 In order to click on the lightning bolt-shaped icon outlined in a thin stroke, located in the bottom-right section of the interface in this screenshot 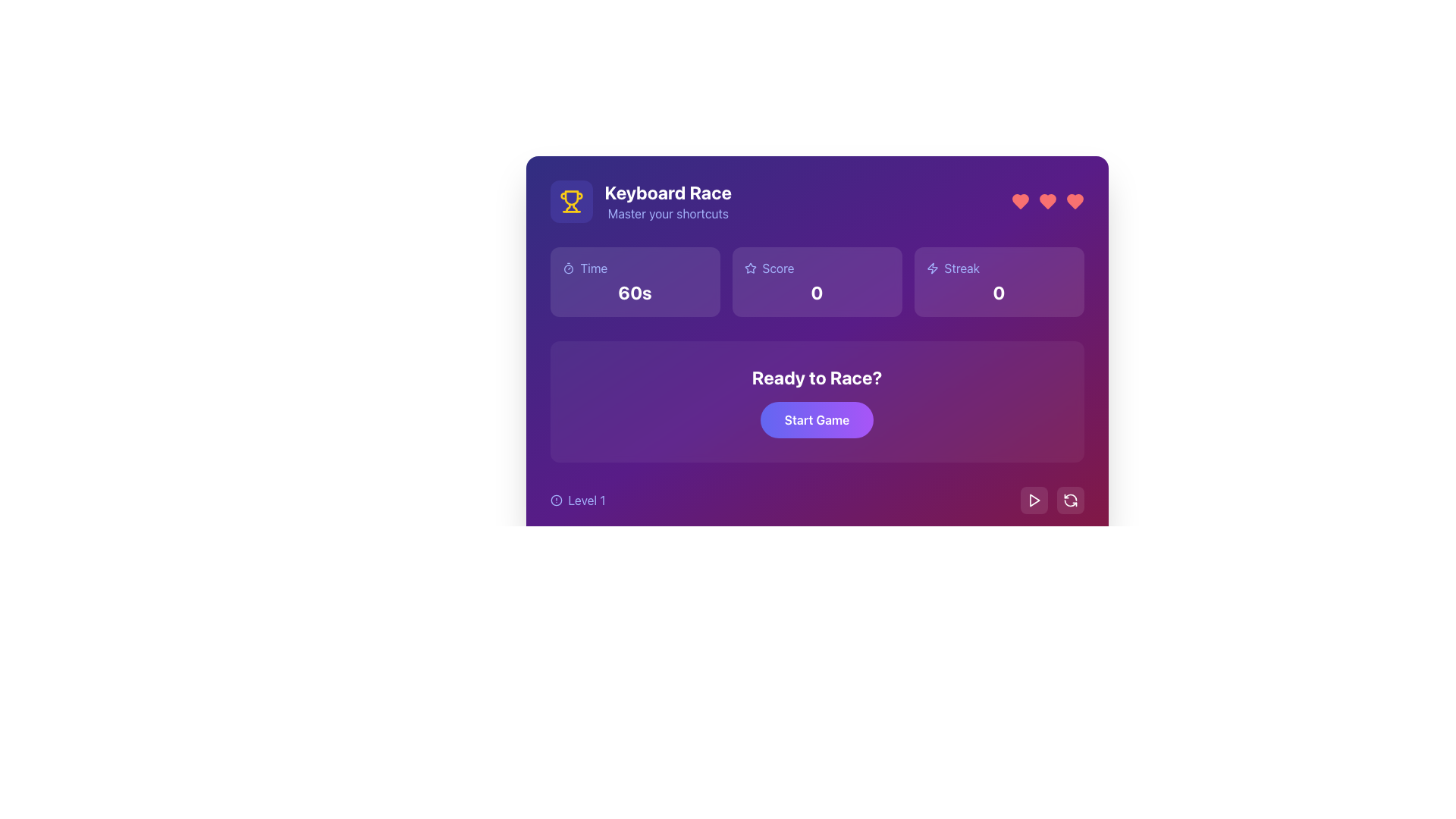, I will do `click(931, 268)`.